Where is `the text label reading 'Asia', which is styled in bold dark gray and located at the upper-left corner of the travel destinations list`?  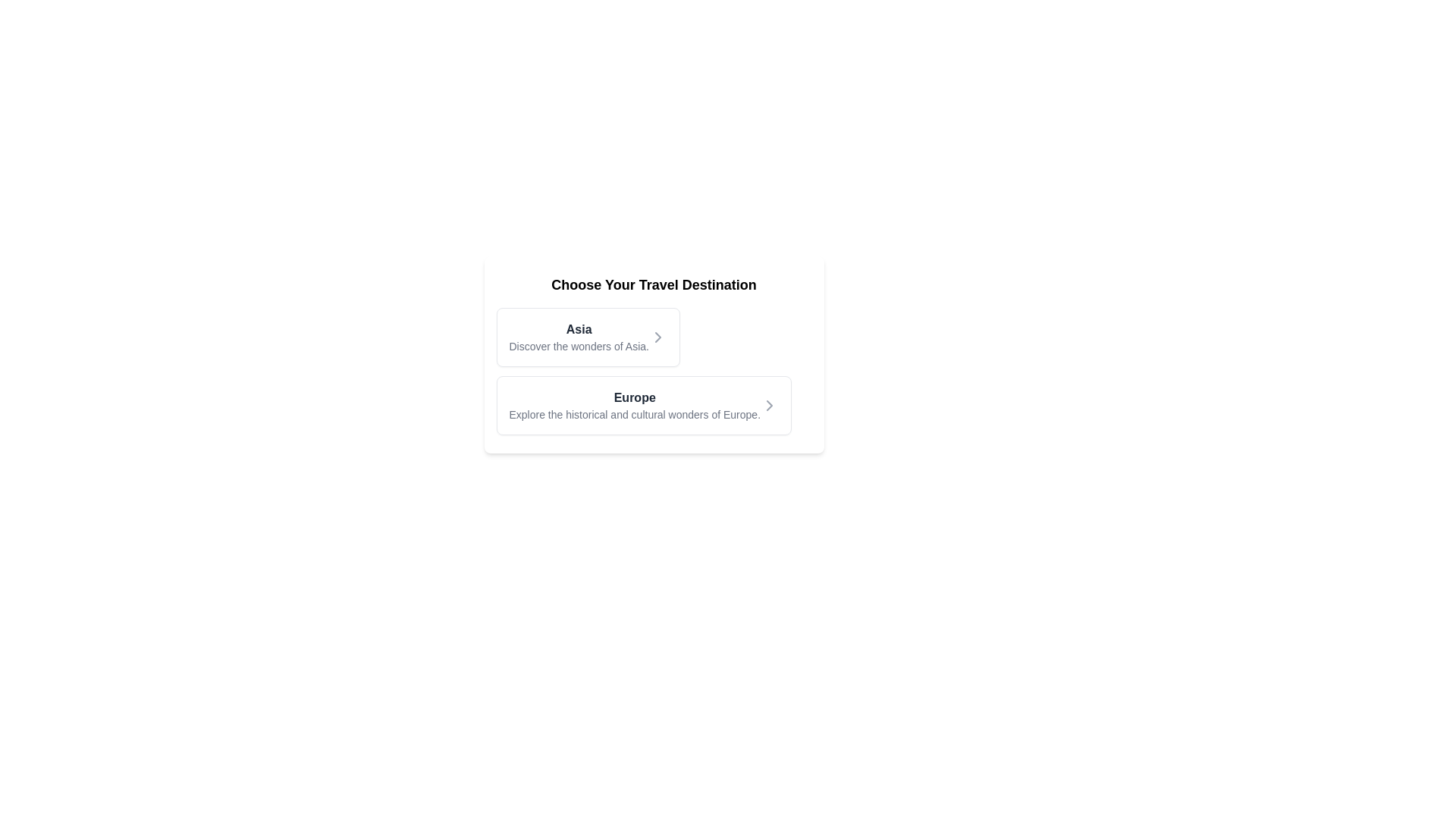 the text label reading 'Asia', which is styled in bold dark gray and located at the upper-left corner of the travel destinations list is located at coordinates (578, 329).